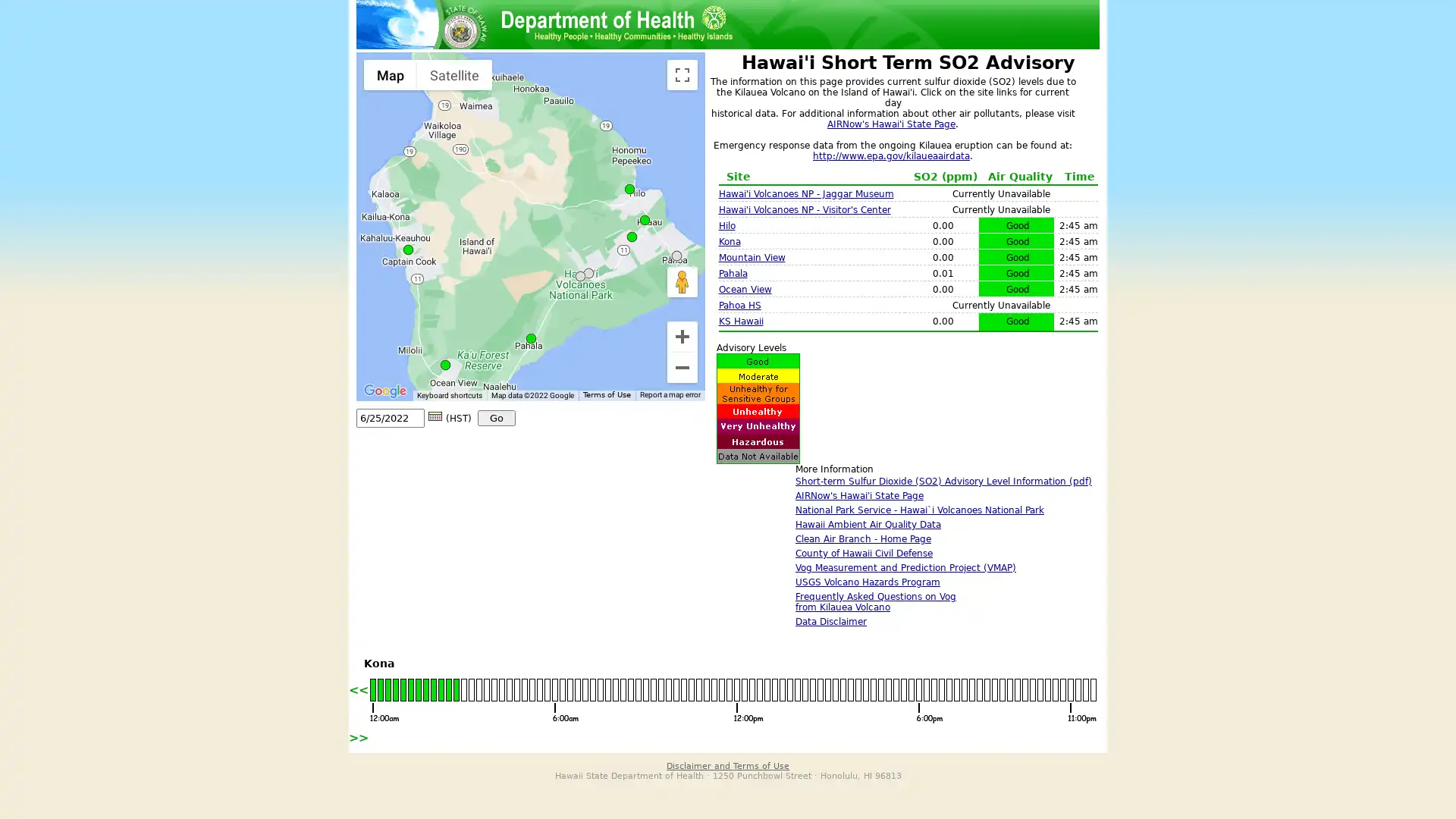  What do you see at coordinates (632, 237) in the screenshot?
I see `Mountain View: SO2 0.00 ppm (Good) on 06/25 at 02:45 am` at bounding box center [632, 237].